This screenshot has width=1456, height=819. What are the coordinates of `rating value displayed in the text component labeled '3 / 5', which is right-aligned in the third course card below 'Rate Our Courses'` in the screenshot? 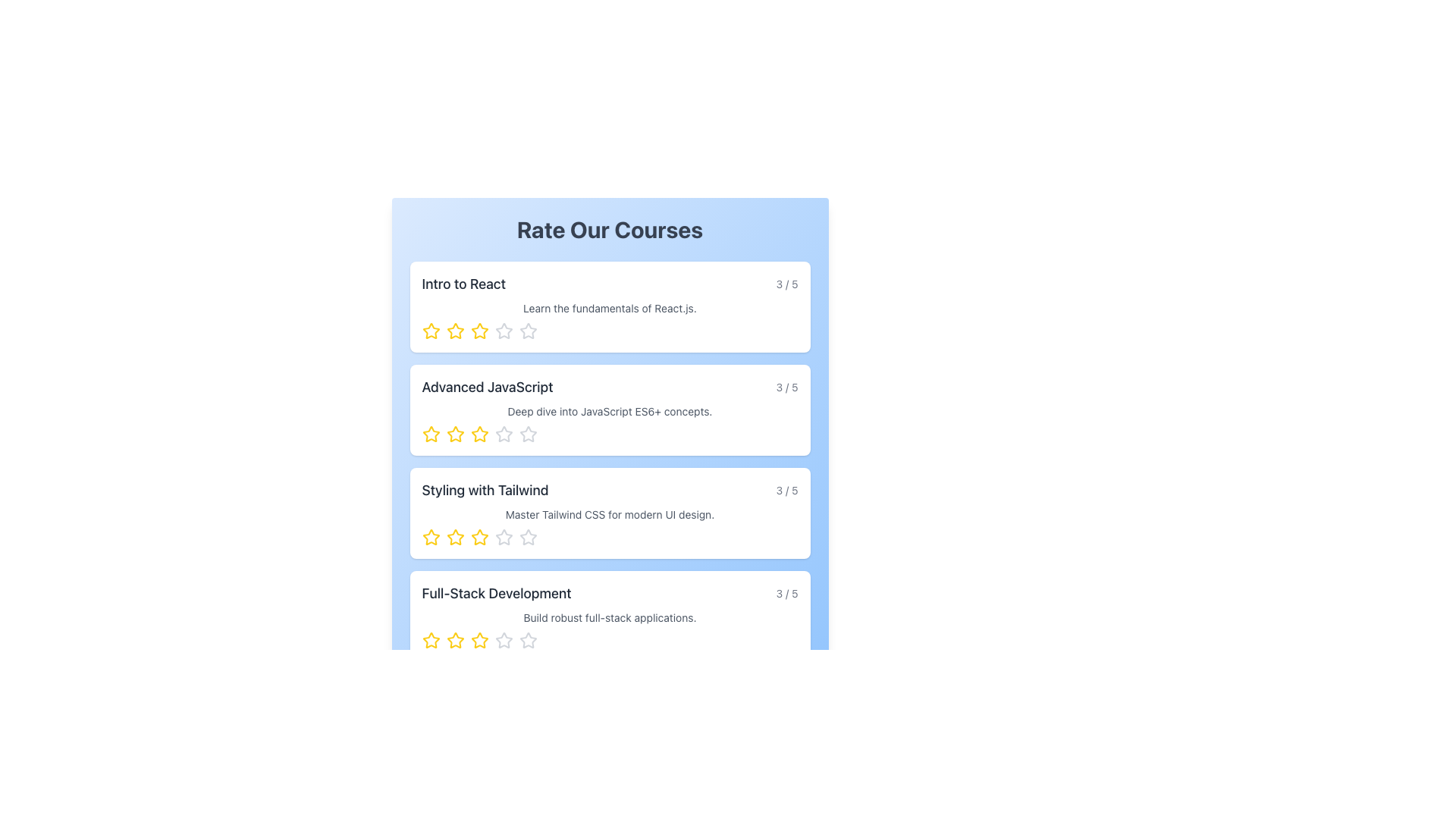 It's located at (787, 491).